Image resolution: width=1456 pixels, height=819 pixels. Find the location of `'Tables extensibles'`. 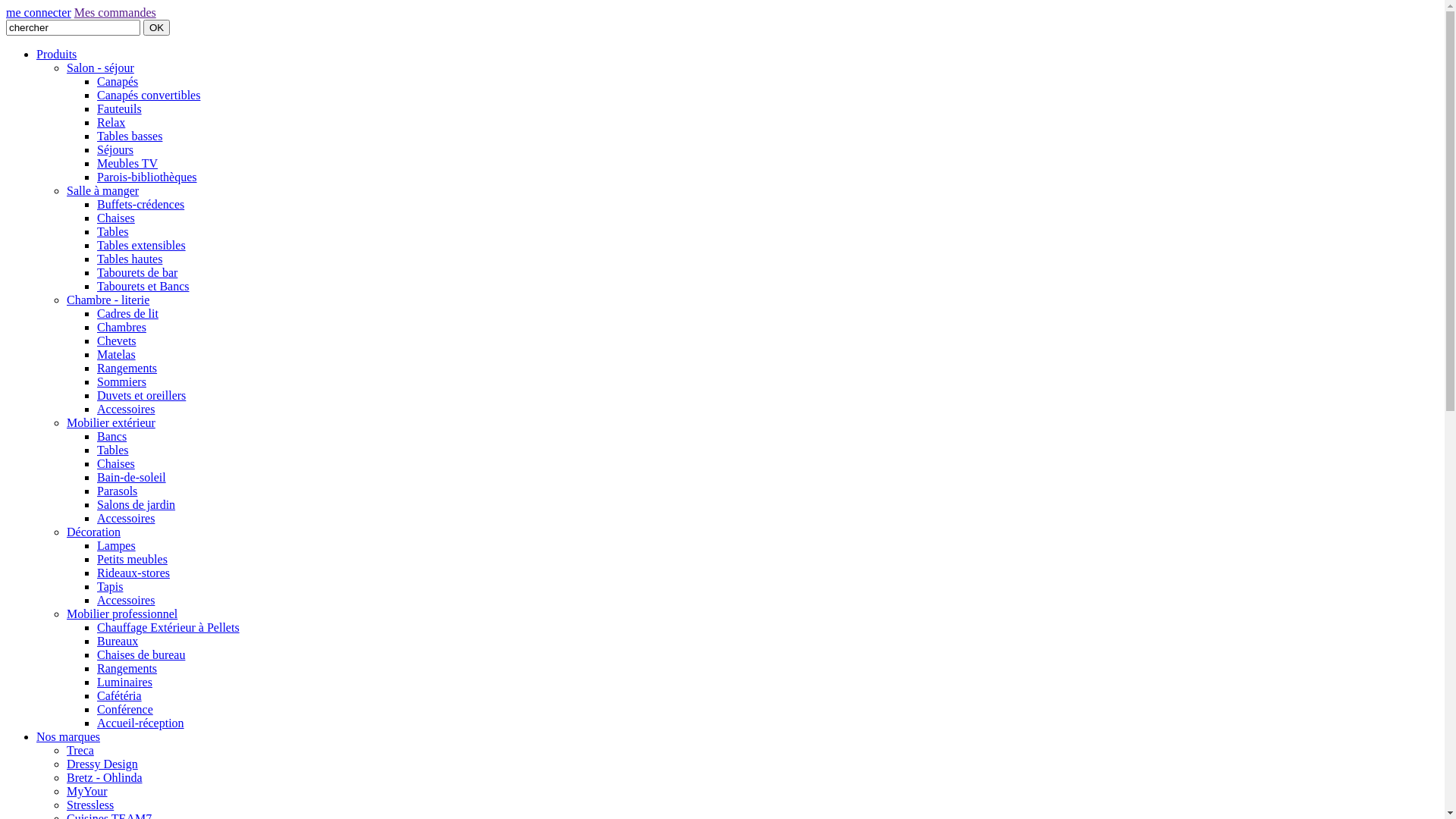

'Tables extensibles' is located at coordinates (141, 244).